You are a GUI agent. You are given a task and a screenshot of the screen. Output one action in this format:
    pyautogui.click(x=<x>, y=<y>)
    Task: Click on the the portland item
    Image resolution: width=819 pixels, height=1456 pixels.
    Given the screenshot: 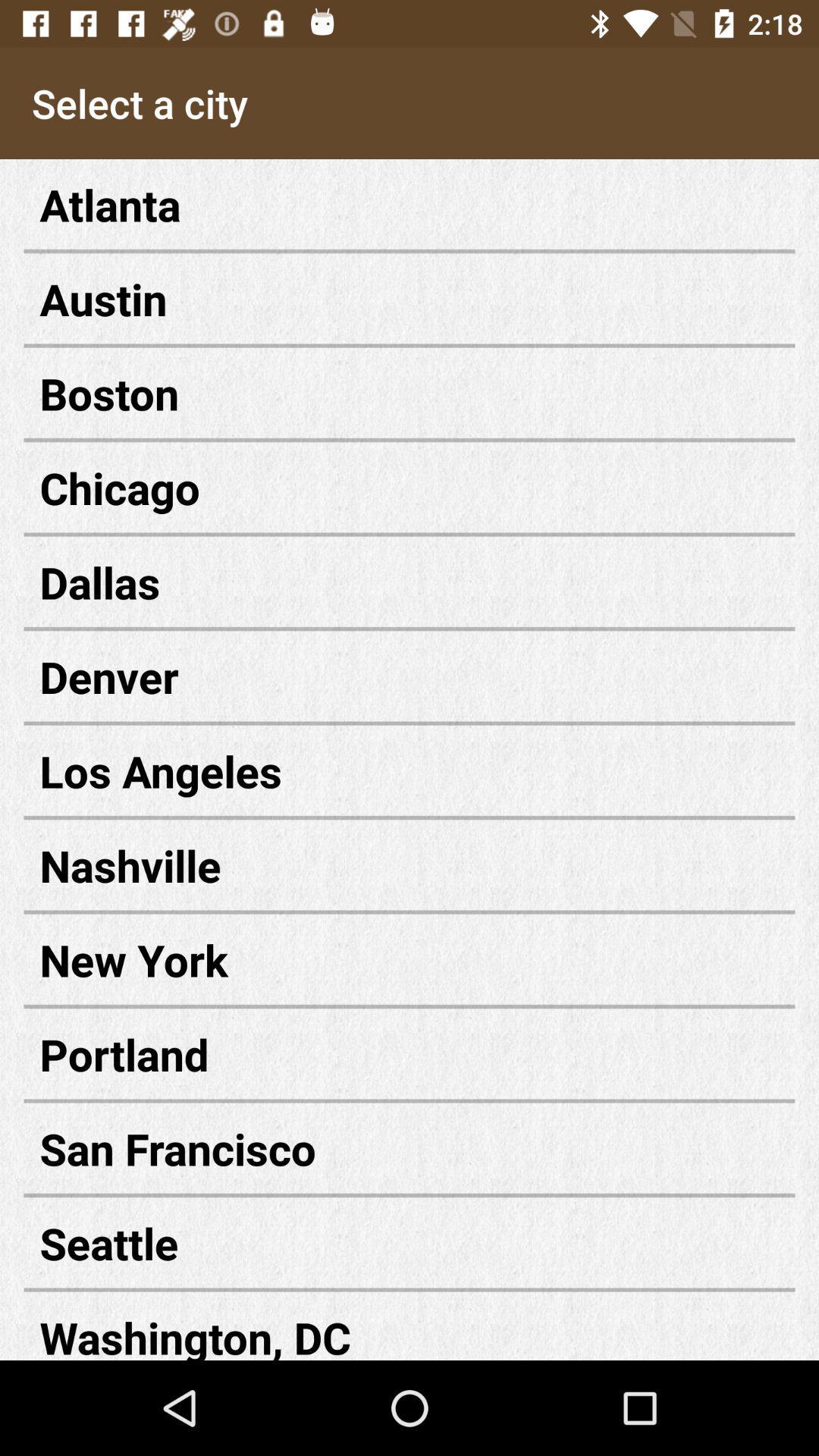 What is the action you would take?
    pyautogui.click(x=409, y=1053)
    